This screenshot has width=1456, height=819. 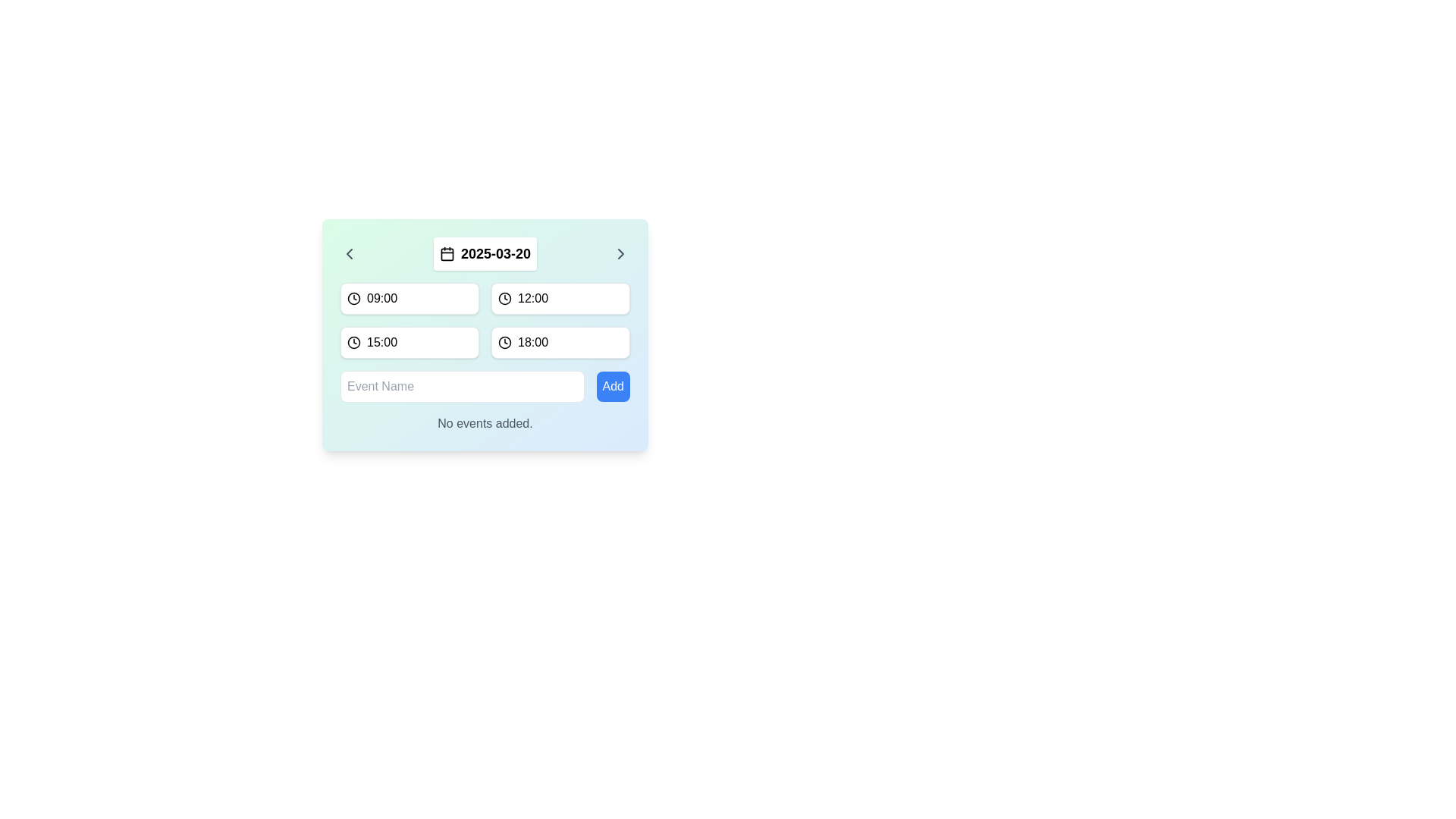 I want to click on the left-pointing chevron icon, so click(x=348, y=253).